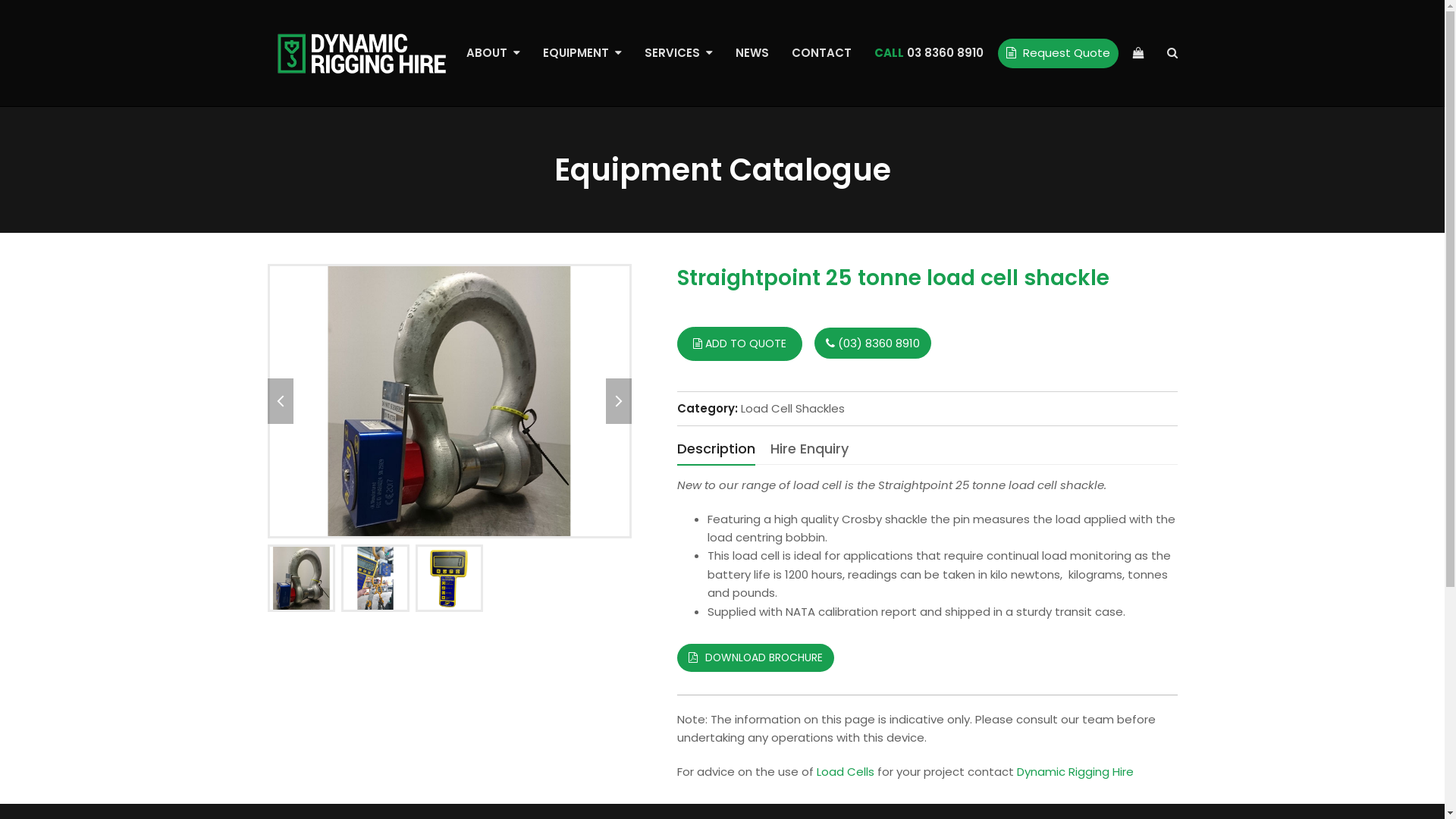 This screenshot has width=1456, height=819. What do you see at coordinates (808, 447) in the screenshot?
I see `'Hire Enquiry'` at bounding box center [808, 447].